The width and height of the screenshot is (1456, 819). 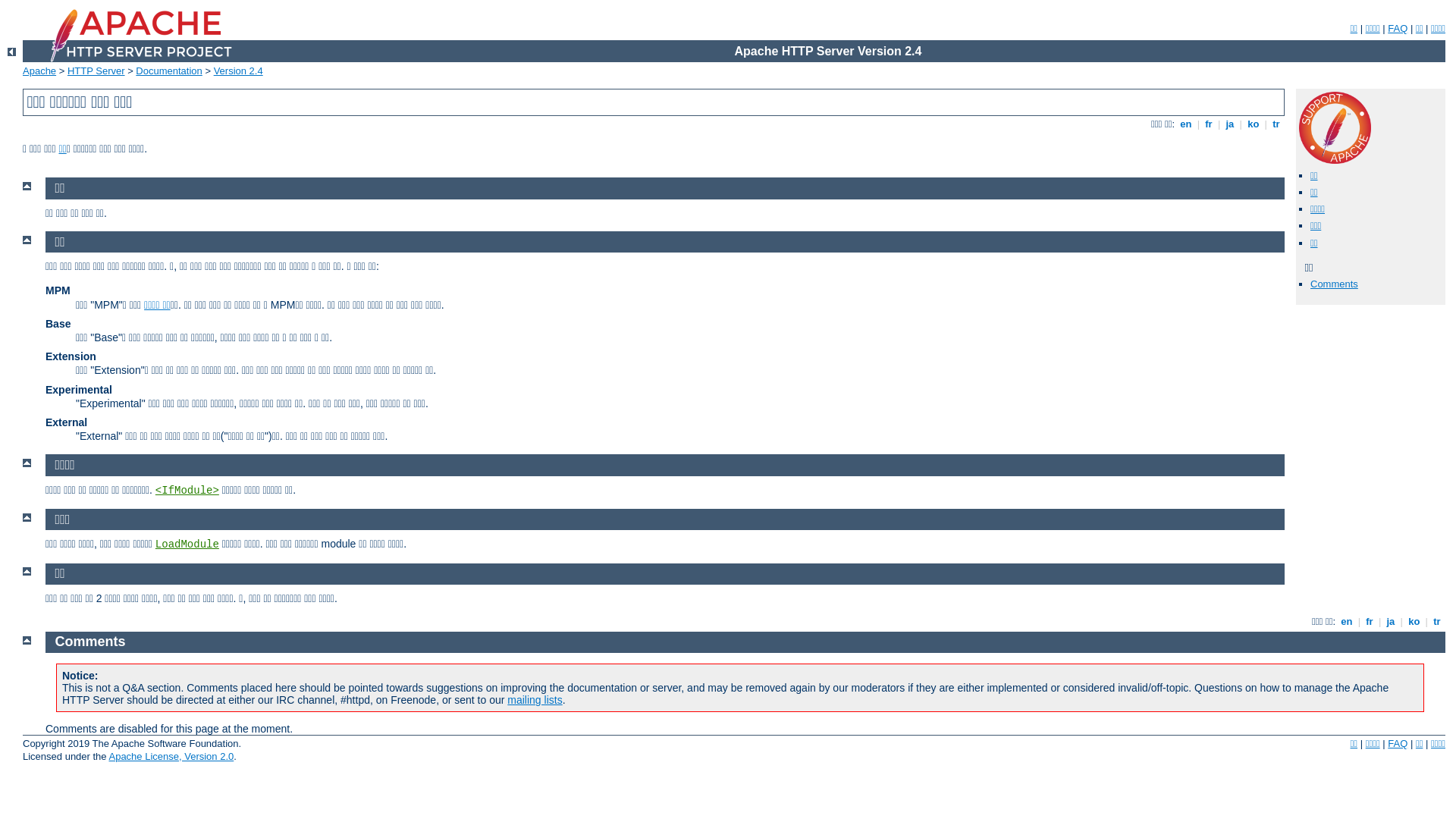 What do you see at coordinates (237, 71) in the screenshot?
I see `'Version 2.4'` at bounding box center [237, 71].